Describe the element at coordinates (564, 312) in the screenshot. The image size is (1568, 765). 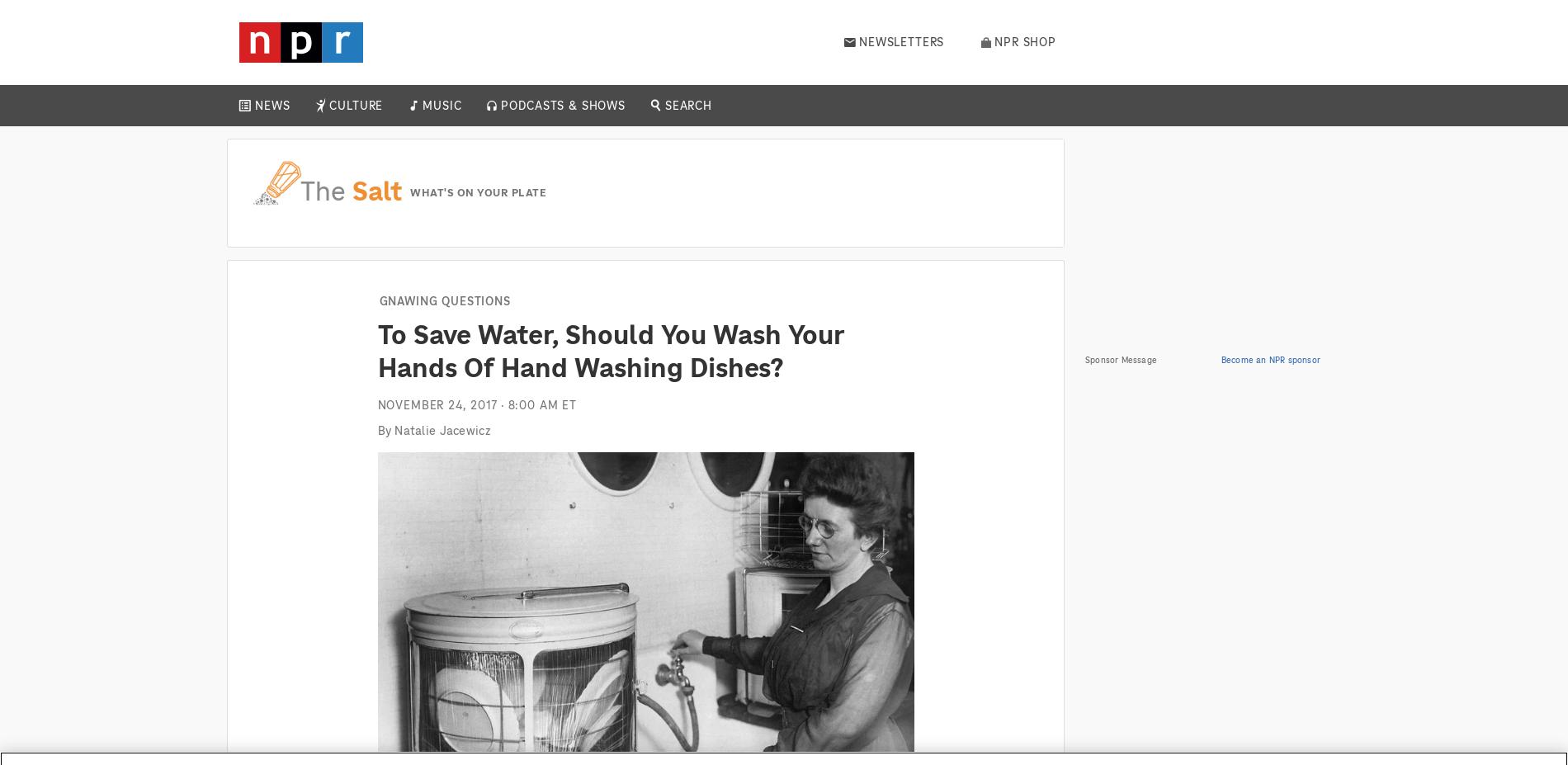
I see `'Up First'` at that location.